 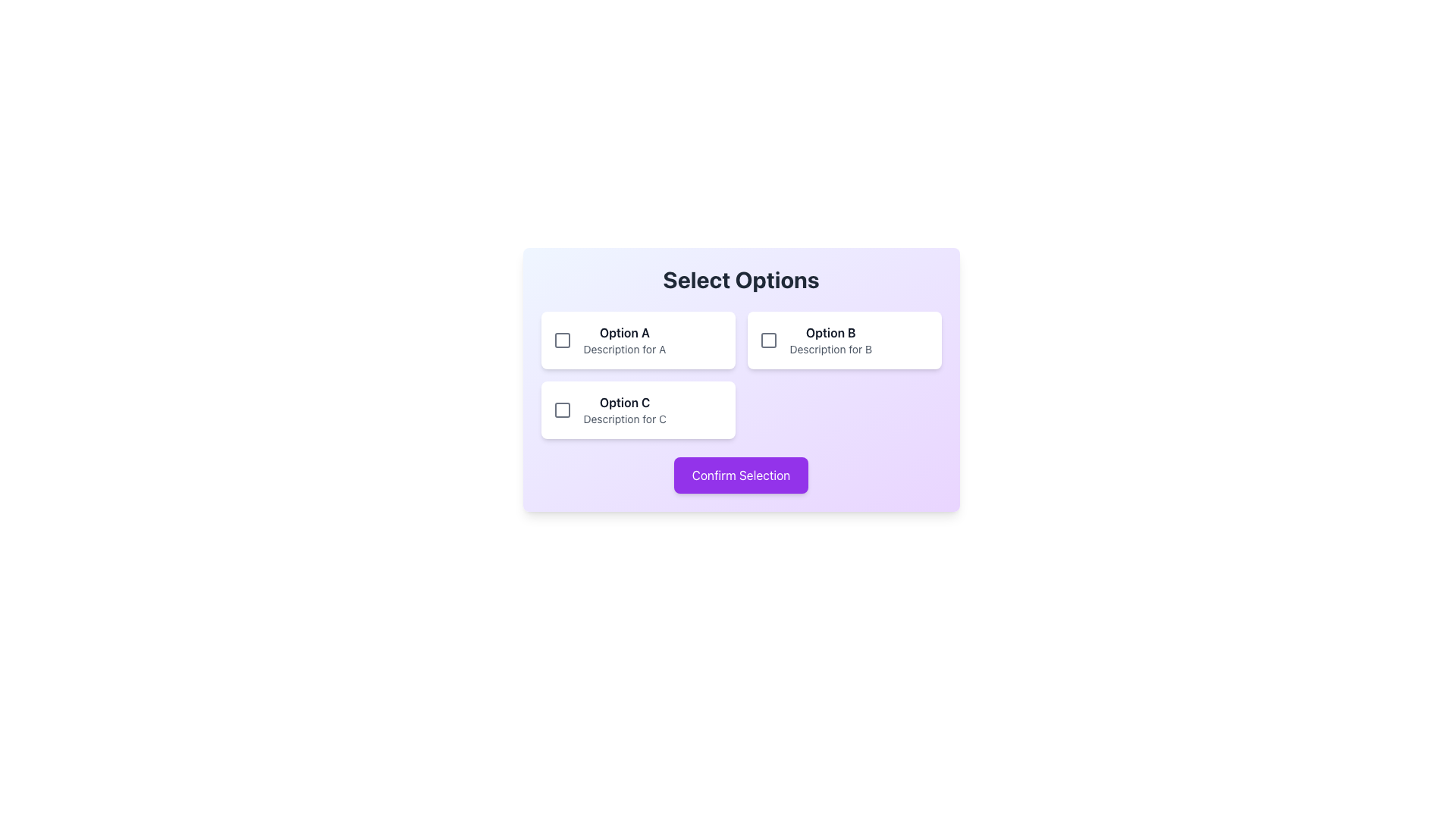 What do you see at coordinates (561, 409) in the screenshot?
I see `the checkbox for 'Option C'` at bounding box center [561, 409].